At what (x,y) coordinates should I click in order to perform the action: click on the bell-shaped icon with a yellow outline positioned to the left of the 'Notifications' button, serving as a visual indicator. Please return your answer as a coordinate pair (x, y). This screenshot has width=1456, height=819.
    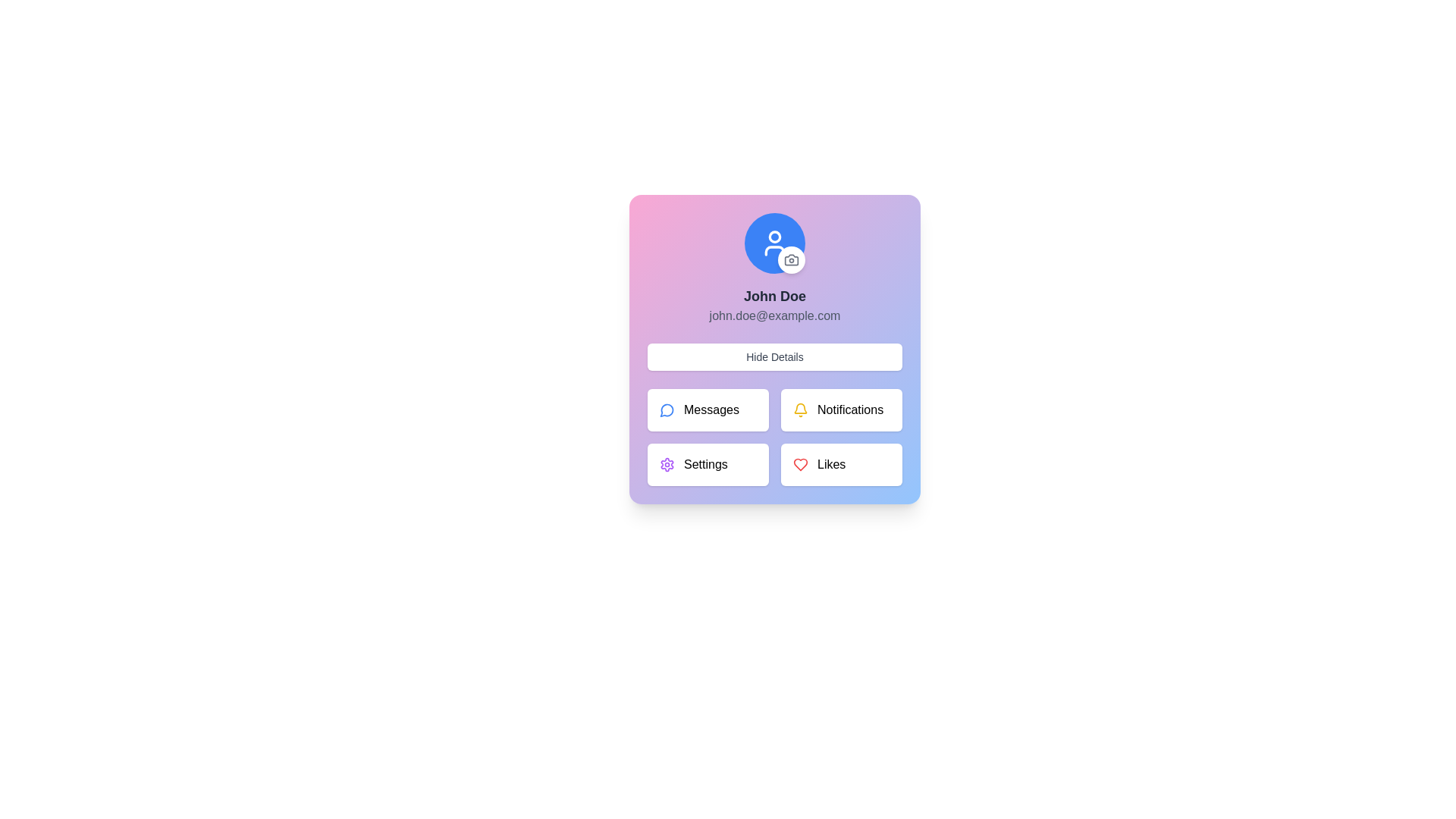
    Looking at the image, I should click on (800, 409).